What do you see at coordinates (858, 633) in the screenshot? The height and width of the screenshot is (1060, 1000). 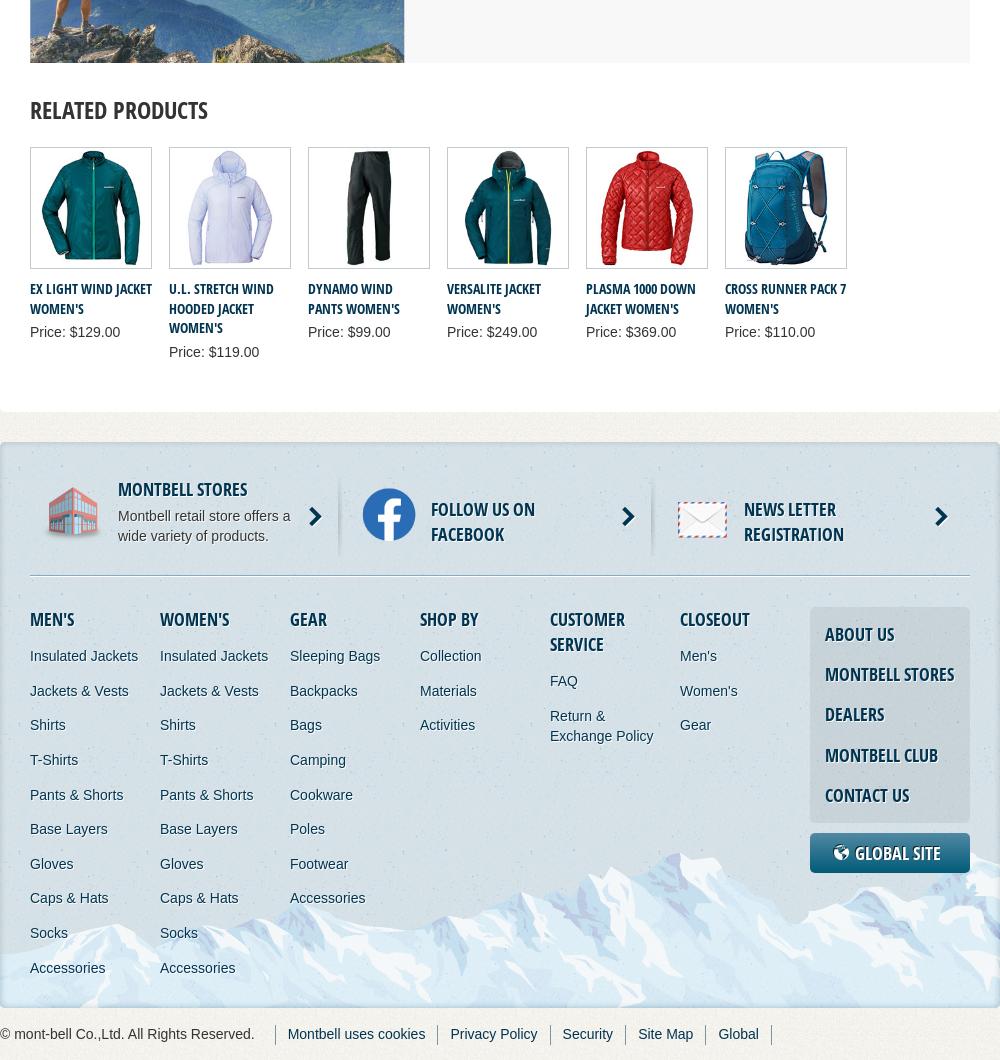 I see `'About Us'` at bounding box center [858, 633].